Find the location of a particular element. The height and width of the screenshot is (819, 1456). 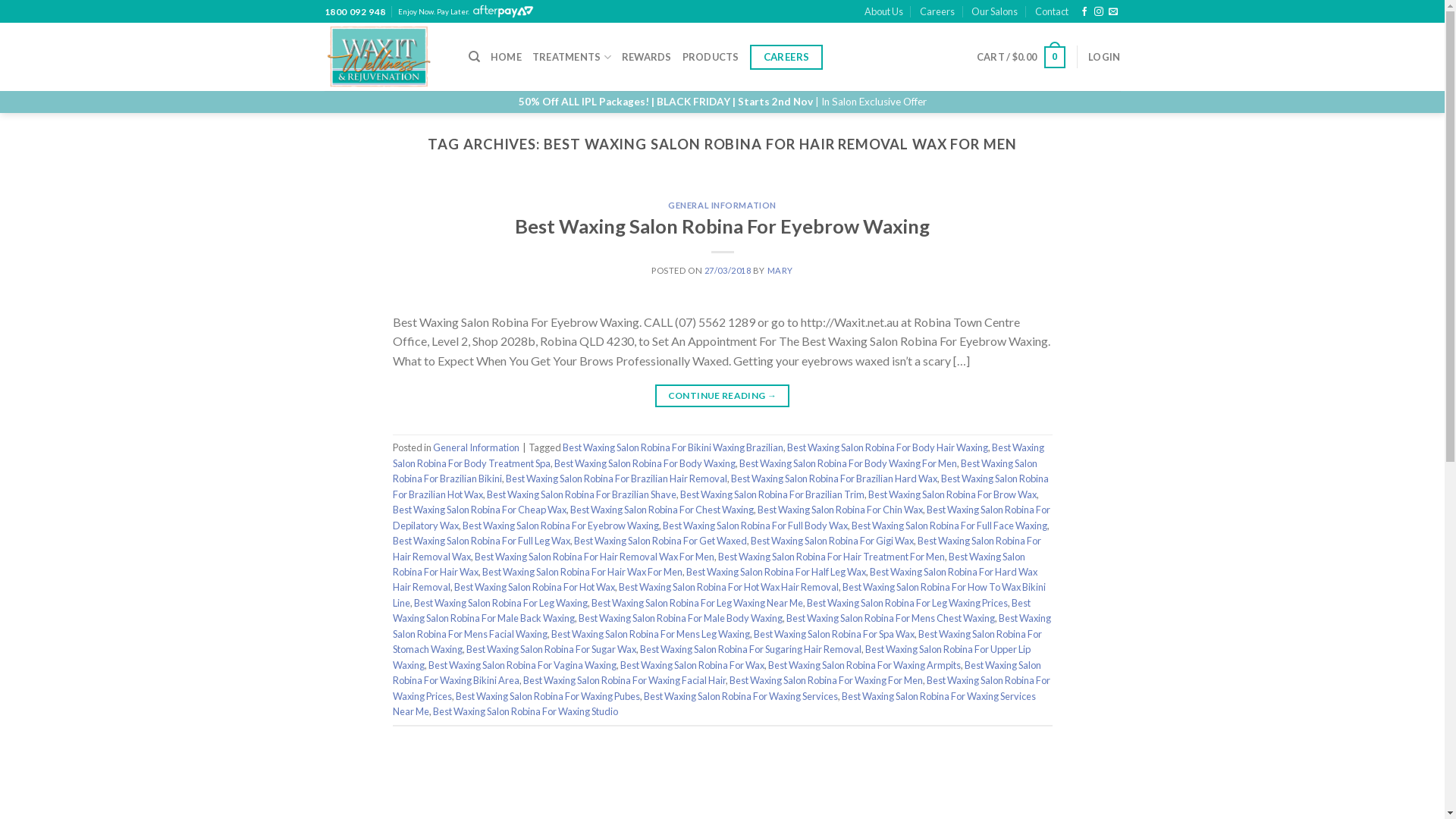

'Best Waxing Salon Robina For Chest Waxing' is located at coordinates (662, 509).